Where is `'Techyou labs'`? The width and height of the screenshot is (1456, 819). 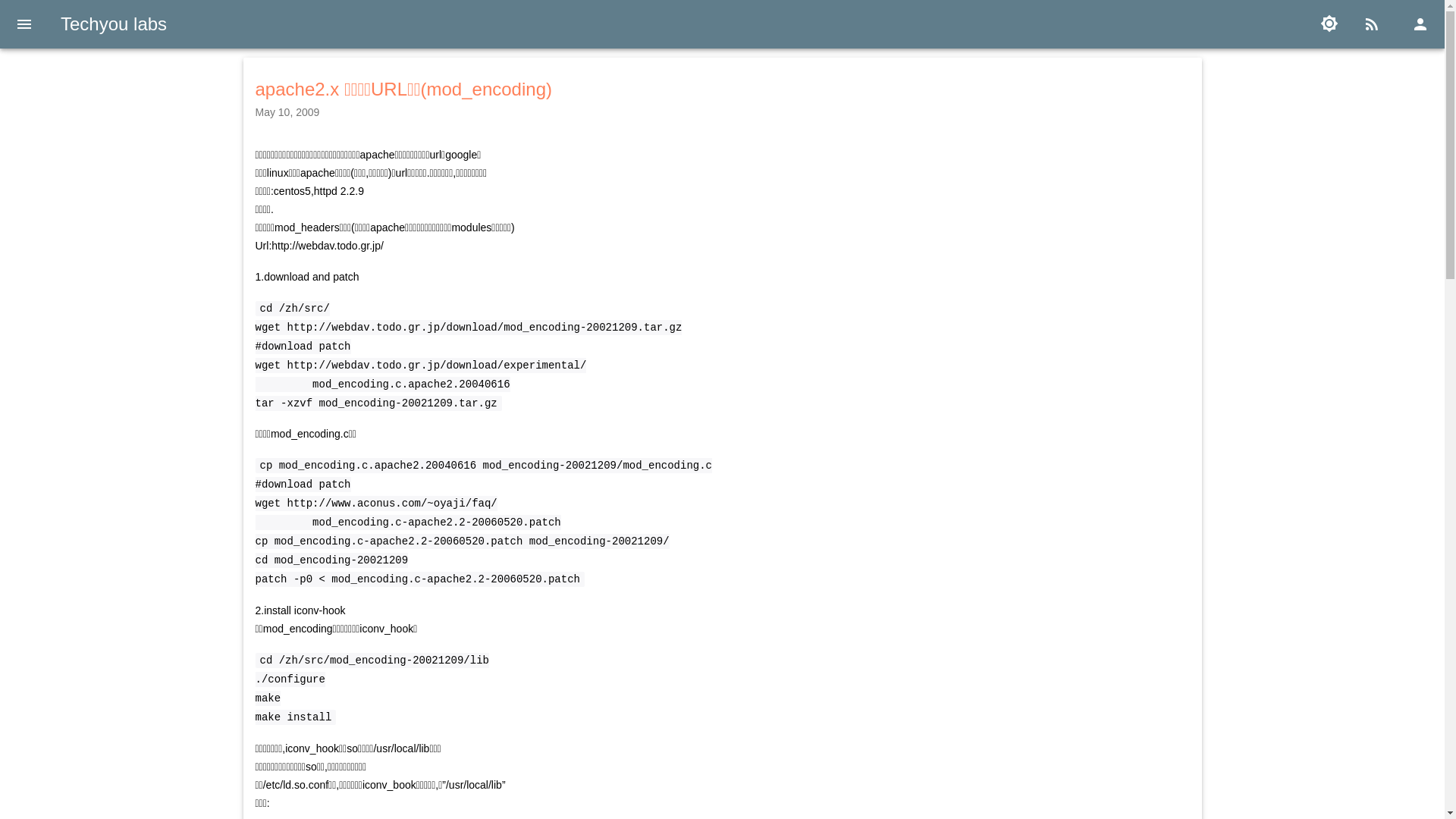
'Techyou labs' is located at coordinates (112, 24).